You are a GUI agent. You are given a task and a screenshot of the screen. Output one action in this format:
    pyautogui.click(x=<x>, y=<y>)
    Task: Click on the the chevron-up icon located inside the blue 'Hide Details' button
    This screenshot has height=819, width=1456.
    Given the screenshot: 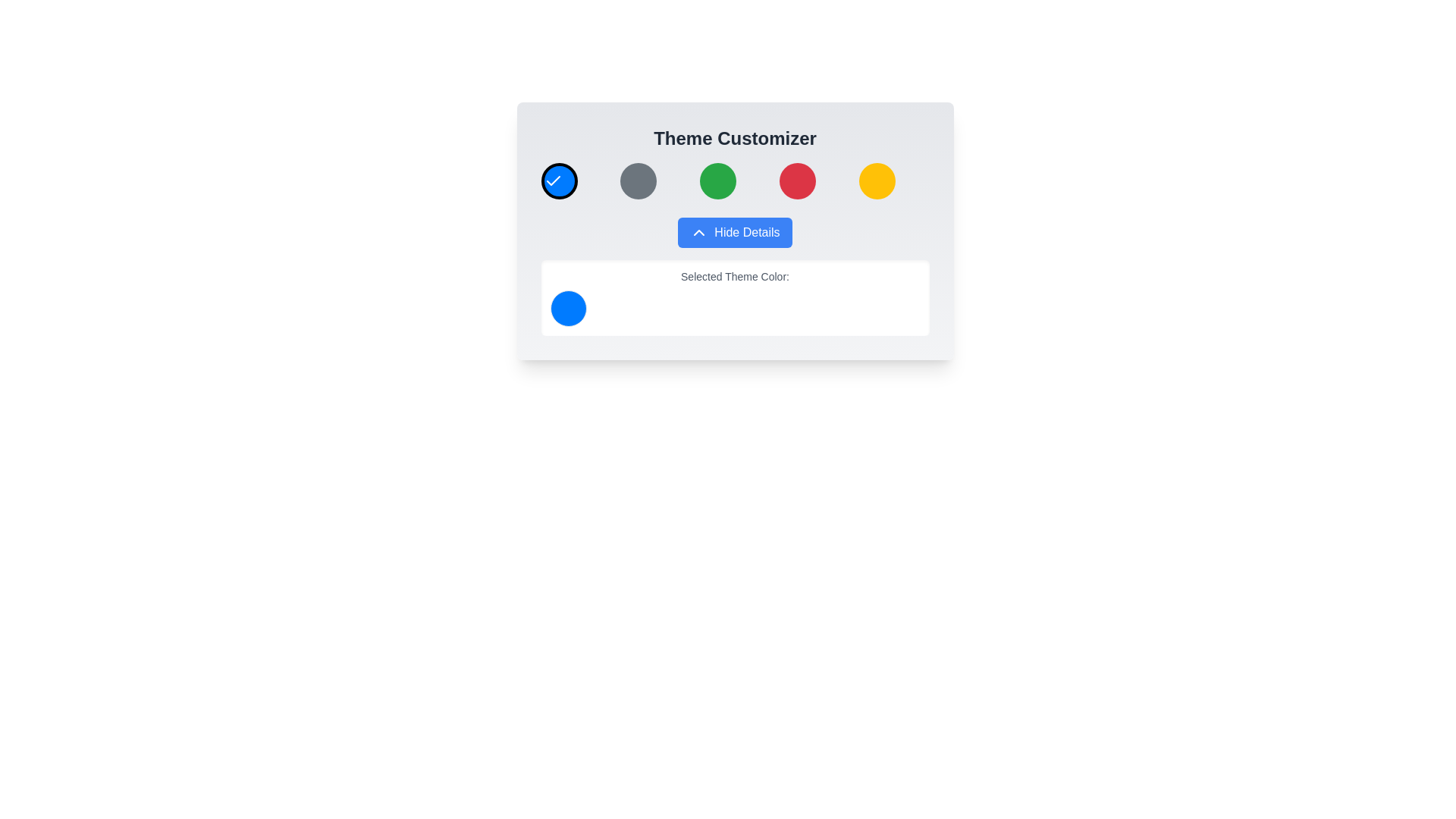 What is the action you would take?
    pyautogui.click(x=698, y=233)
    